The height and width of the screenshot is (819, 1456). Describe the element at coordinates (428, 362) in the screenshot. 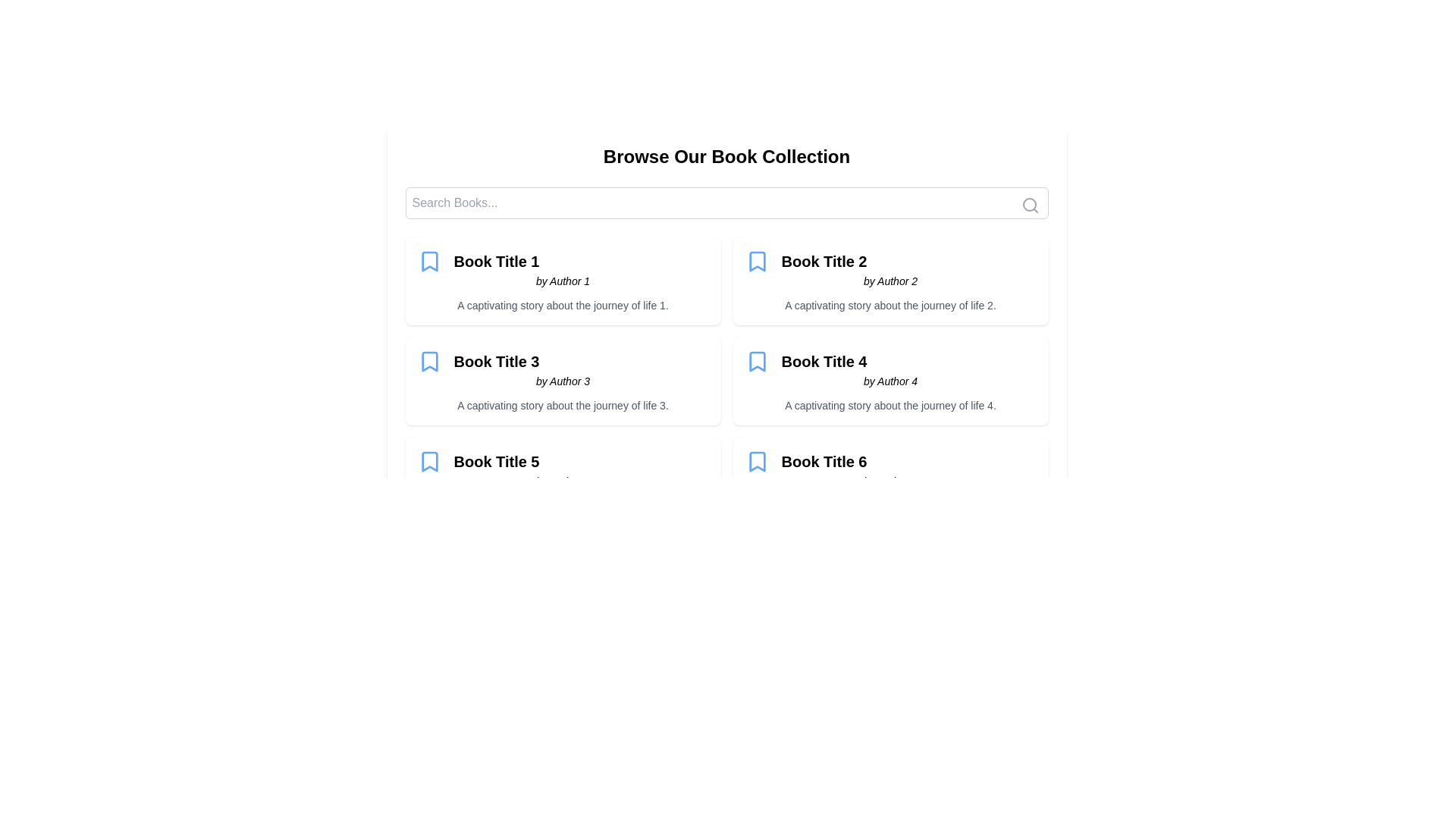

I see `the blue bookmark icon associated with the book titled 'Book Title 3' to interact with it` at that location.